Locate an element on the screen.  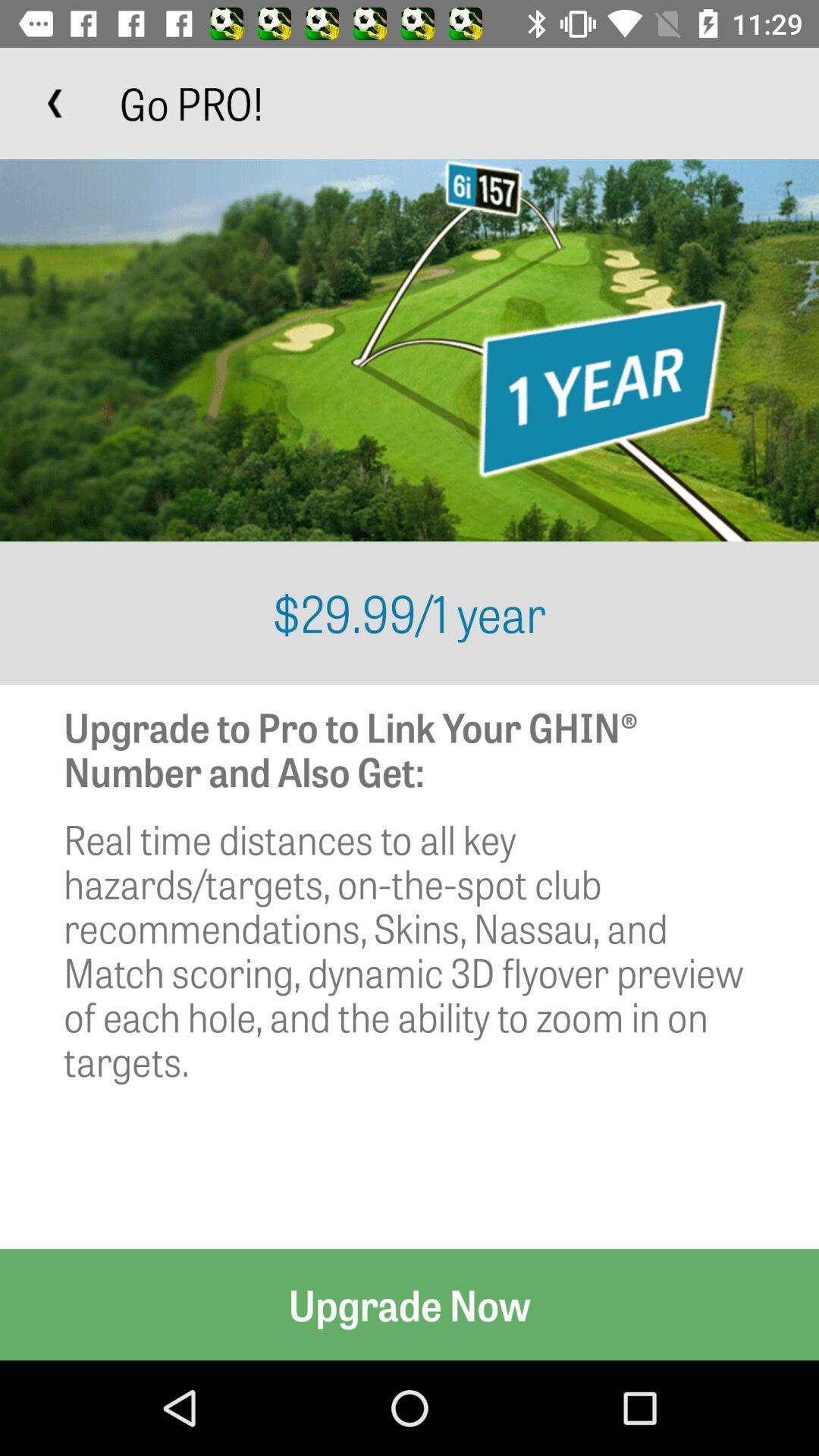
upgrade now icon is located at coordinates (409, 1304).